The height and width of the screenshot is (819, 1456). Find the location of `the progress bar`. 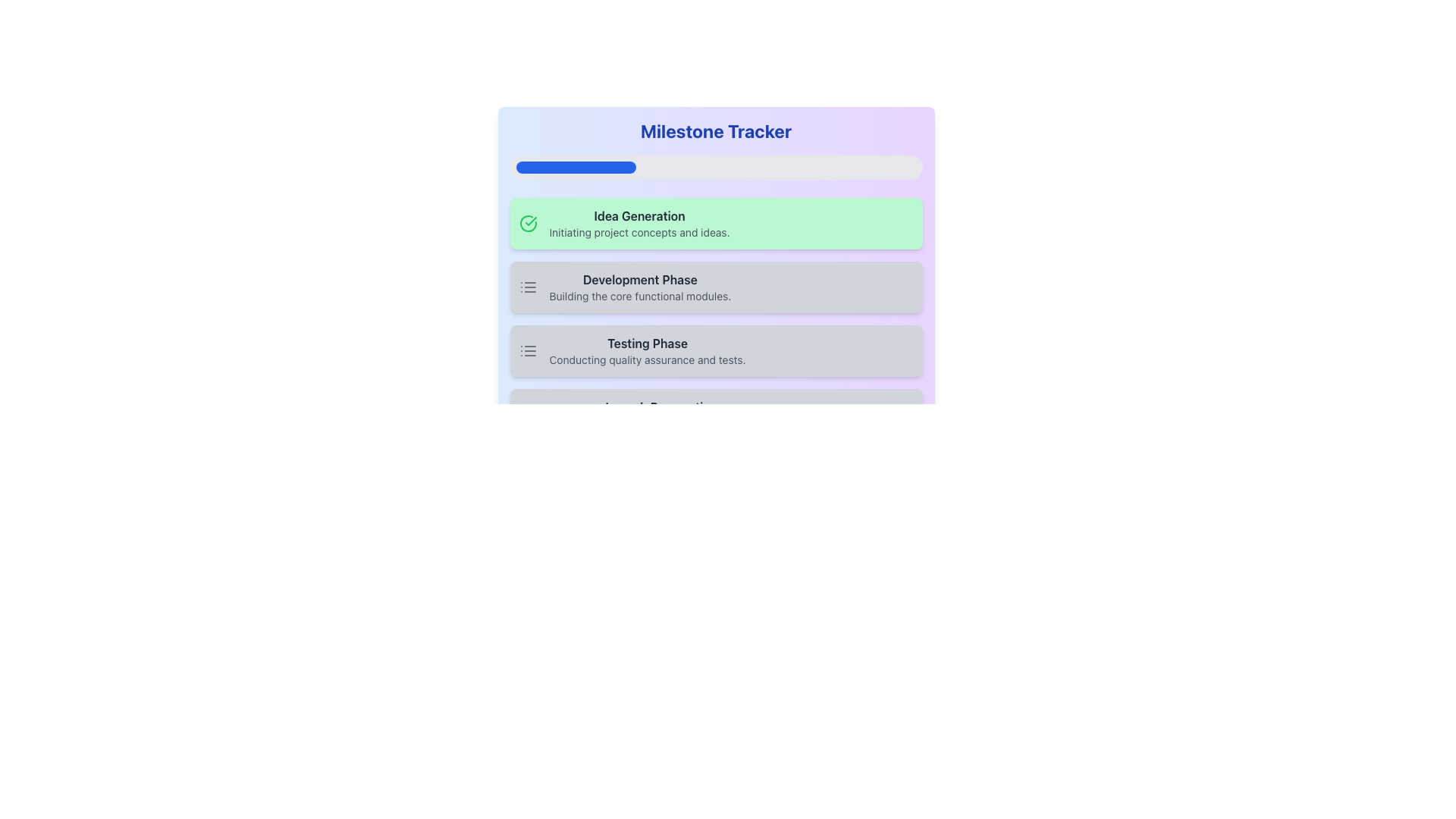

the progress bar is located at coordinates (741, 167).